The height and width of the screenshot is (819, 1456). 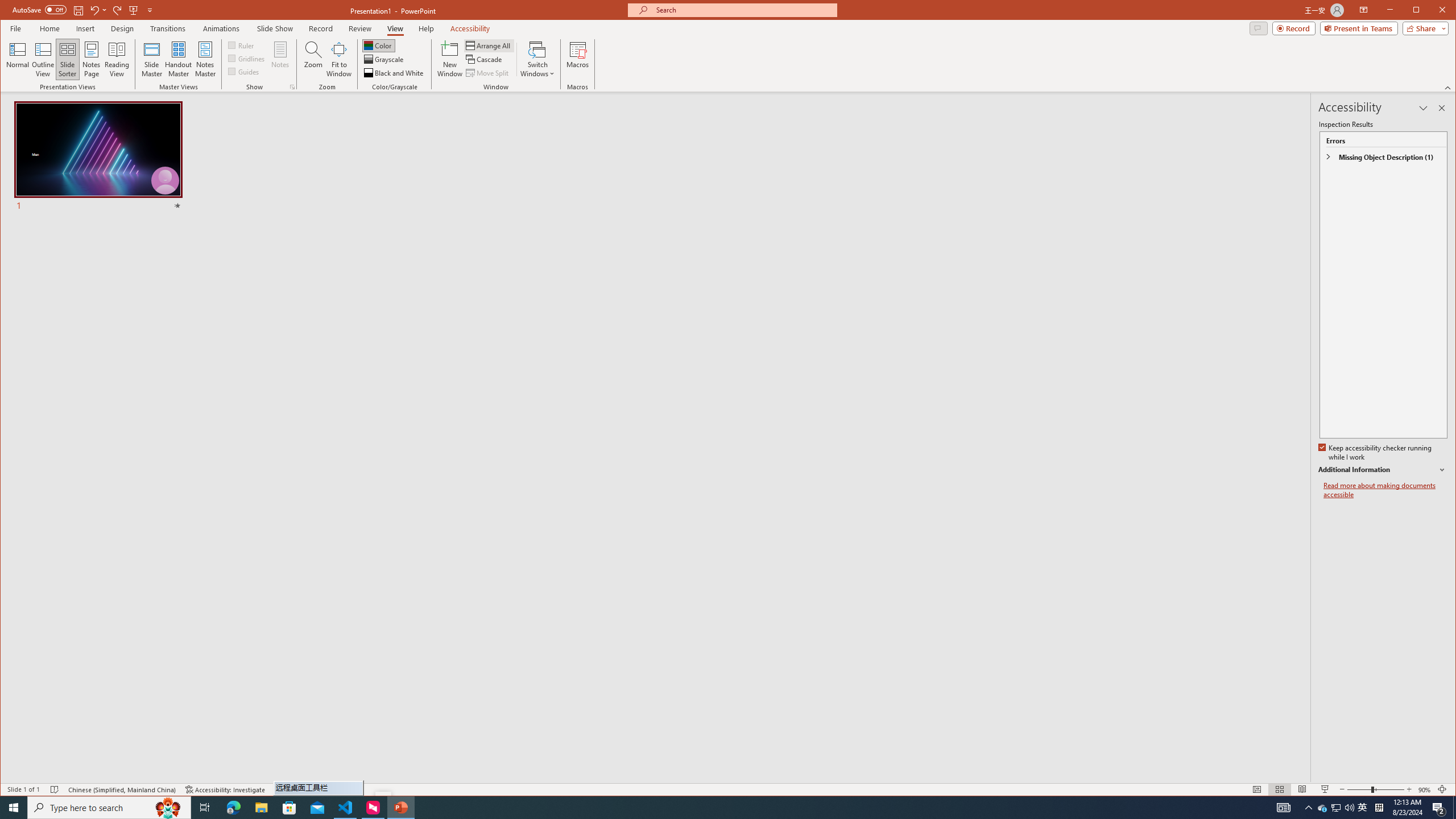 What do you see at coordinates (1433, 11) in the screenshot?
I see `'Maximize'` at bounding box center [1433, 11].